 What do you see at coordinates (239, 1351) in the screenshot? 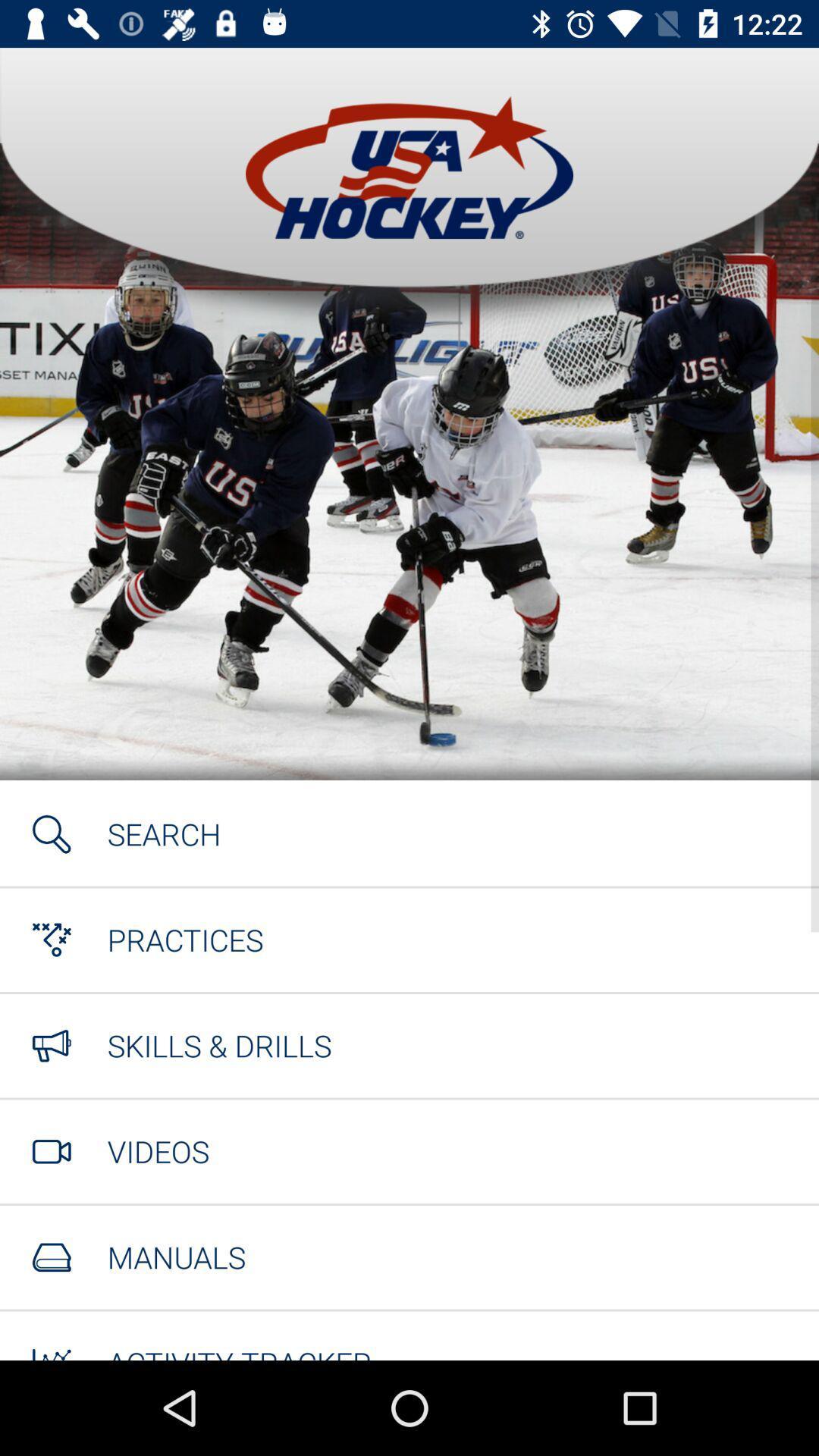
I see `item below manuals item` at bounding box center [239, 1351].